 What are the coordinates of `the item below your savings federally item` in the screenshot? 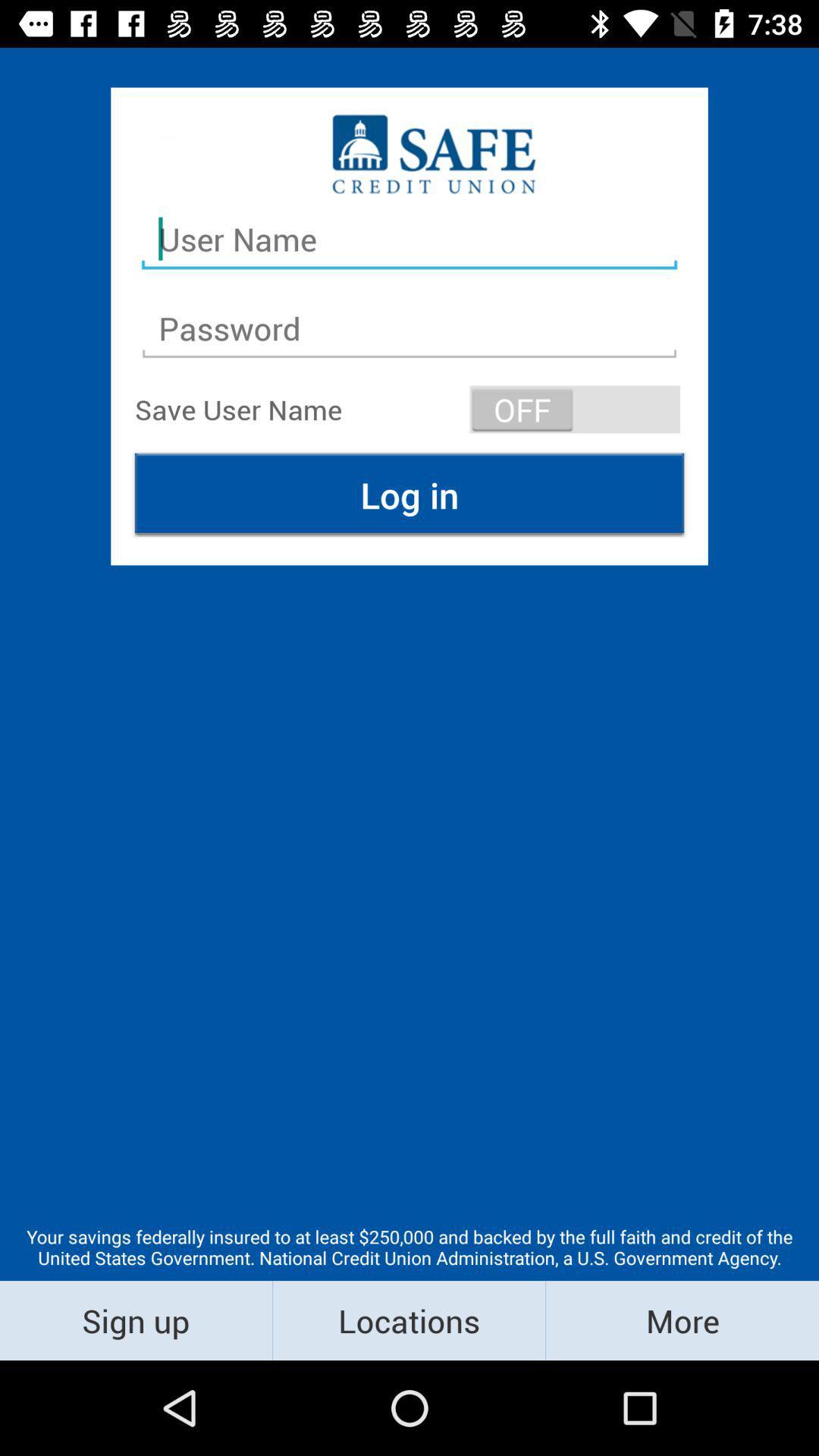 It's located at (681, 1319).